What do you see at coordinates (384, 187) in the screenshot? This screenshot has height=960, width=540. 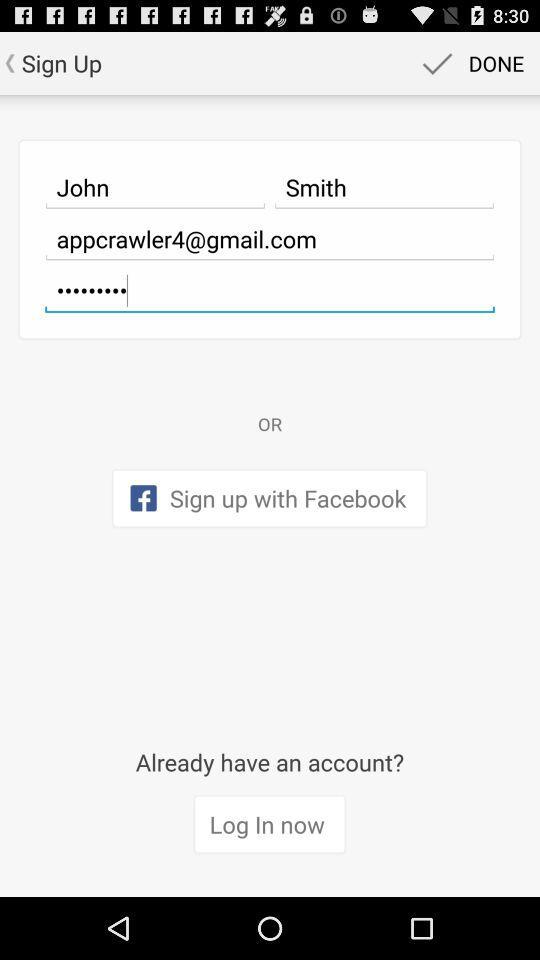 I see `the item above the appcrawler4@gmail.com` at bounding box center [384, 187].